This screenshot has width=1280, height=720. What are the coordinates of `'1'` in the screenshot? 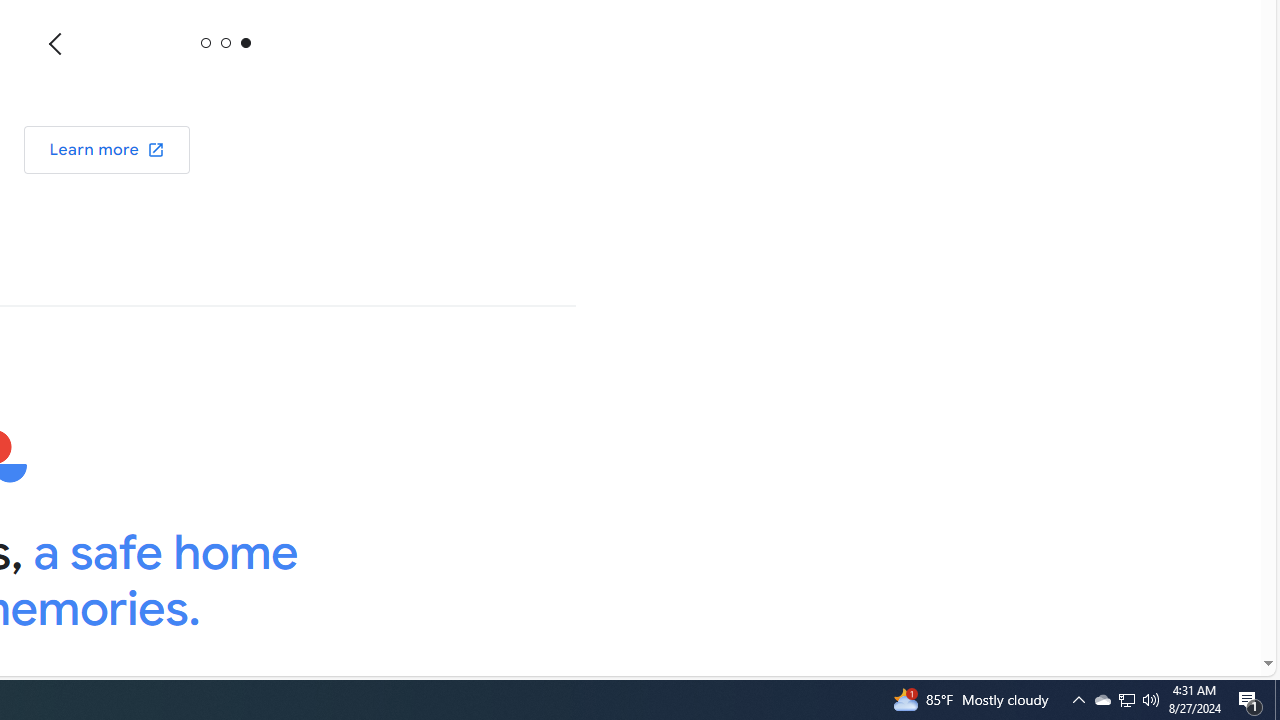 It's located at (225, 42).